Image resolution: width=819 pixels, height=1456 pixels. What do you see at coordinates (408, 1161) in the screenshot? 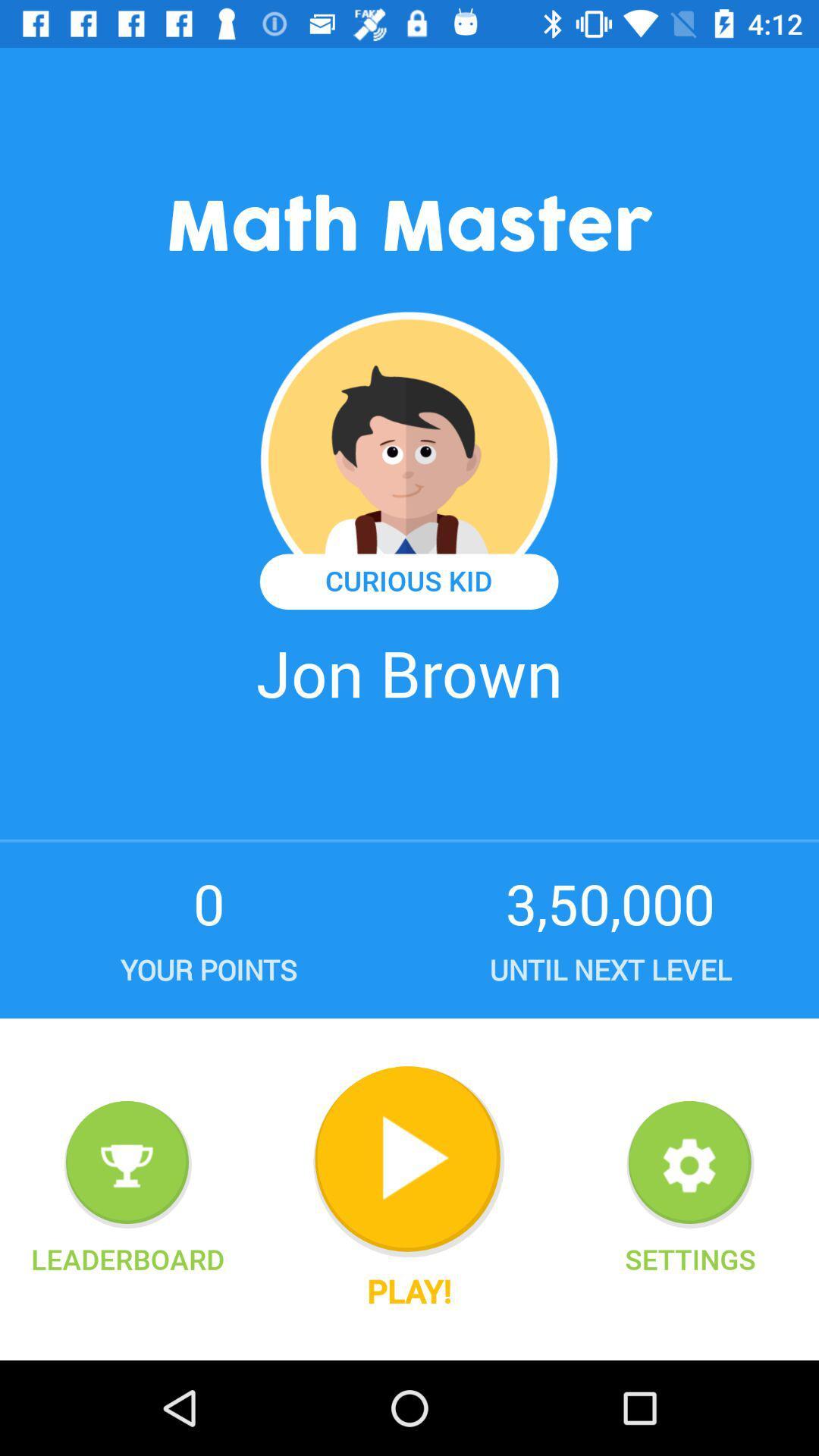
I see `item to the left of settings item` at bounding box center [408, 1161].